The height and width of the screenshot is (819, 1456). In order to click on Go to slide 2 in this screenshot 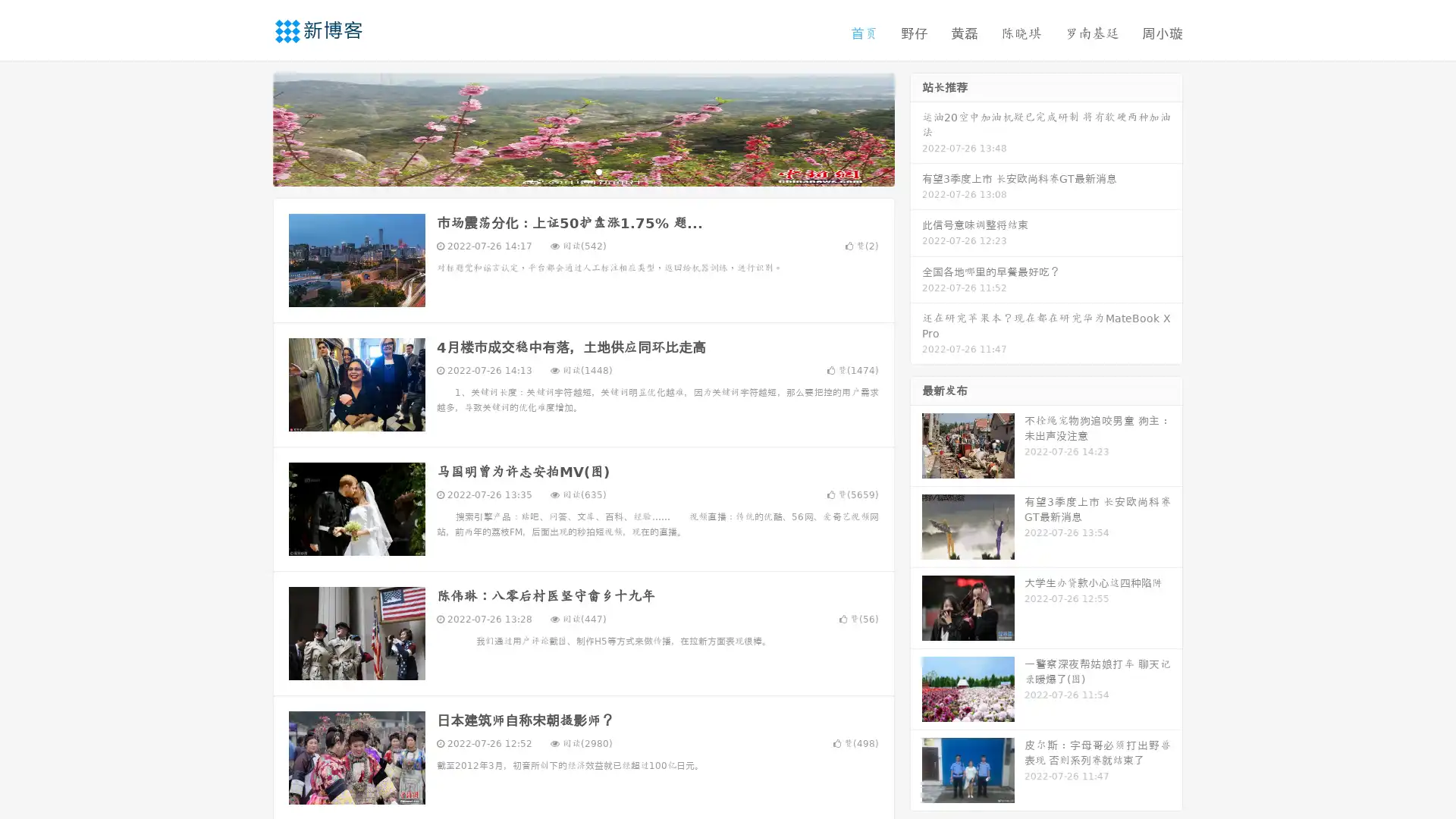, I will do `click(582, 171)`.